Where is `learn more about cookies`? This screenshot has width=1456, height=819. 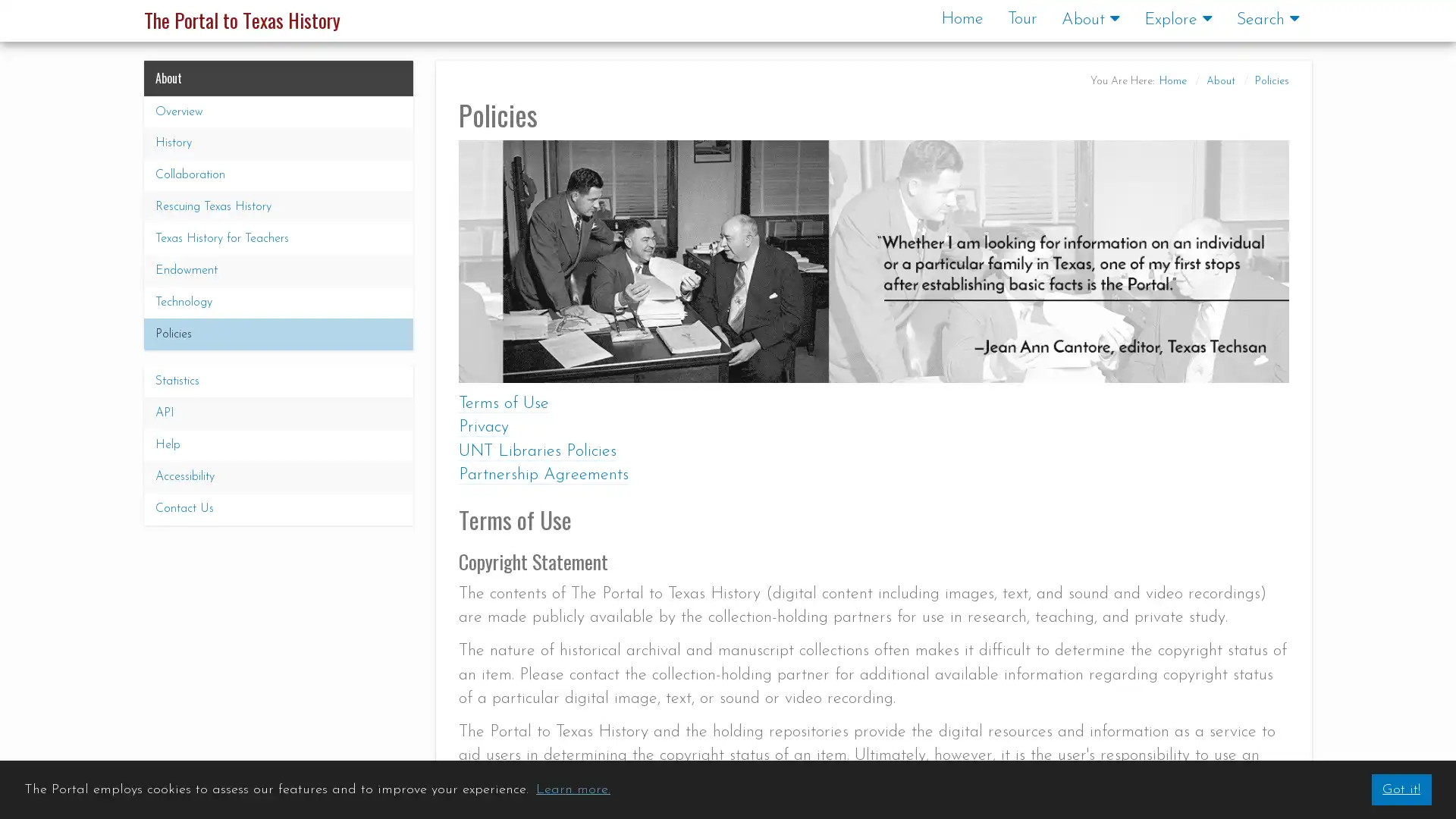 learn more about cookies is located at coordinates (572, 789).